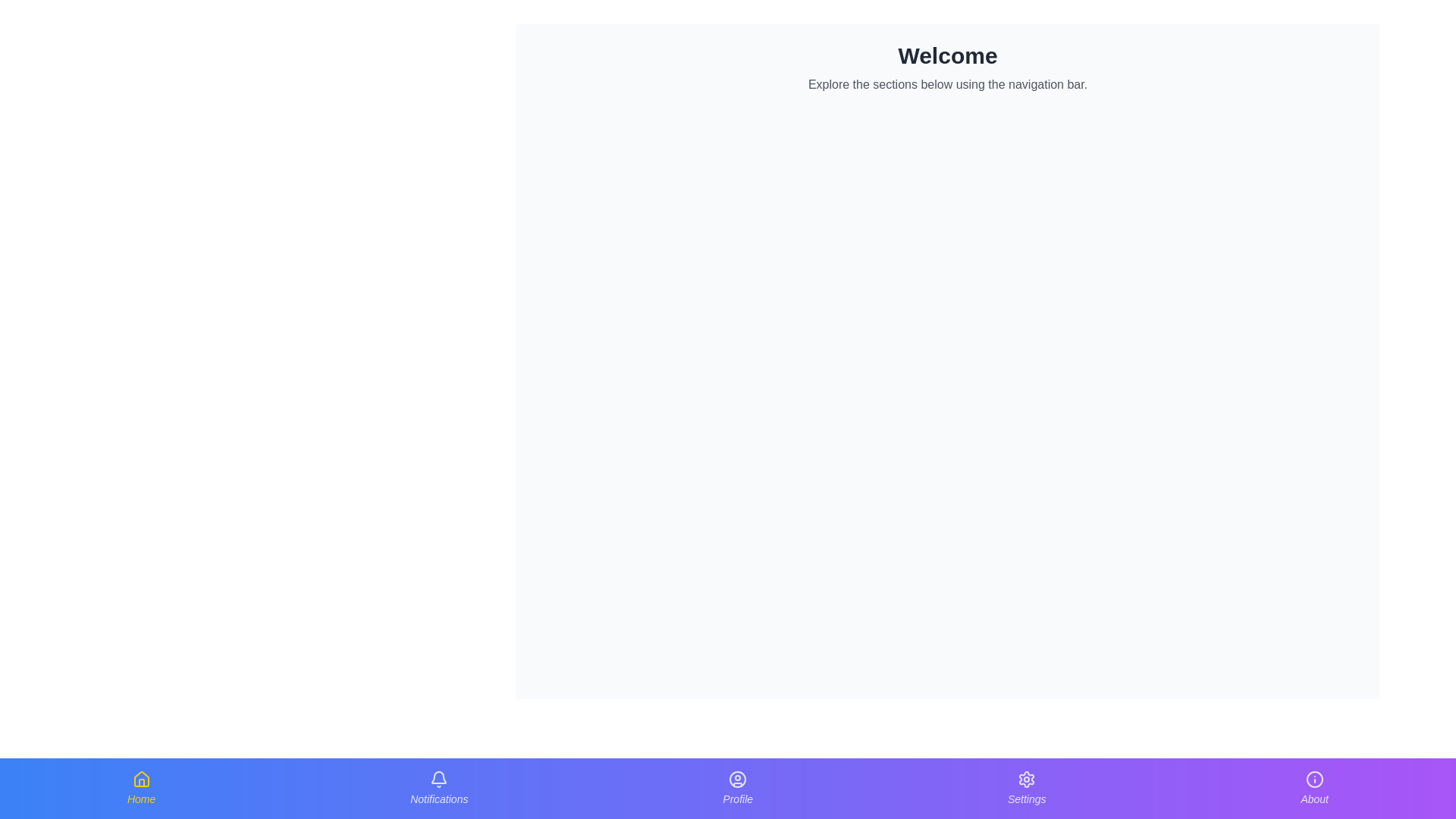  Describe the element at coordinates (1313, 780) in the screenshot. I see `the decorative circular element in the SVG icon located in the bottom navigation bar, which is the fifth icon from the left, above the 'About' label` at that location.